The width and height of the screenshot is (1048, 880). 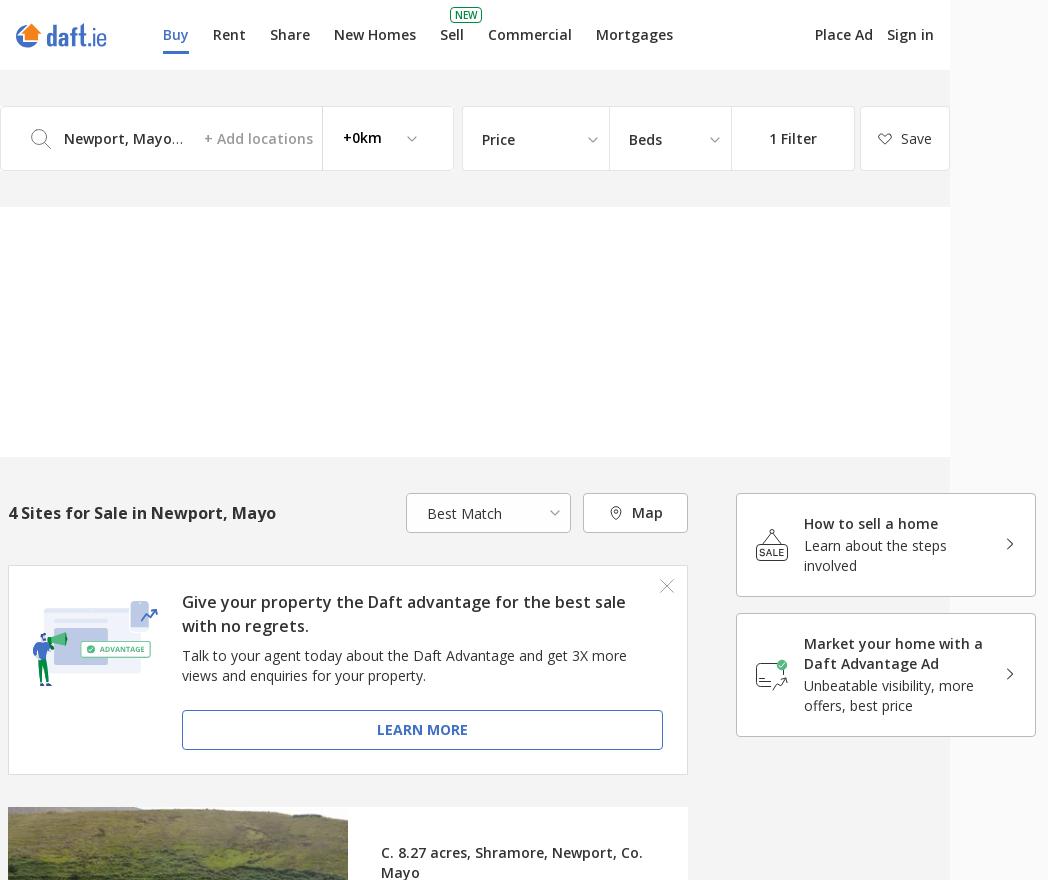 I want to click on 'How to sell a home', so click(x=870, y=522).